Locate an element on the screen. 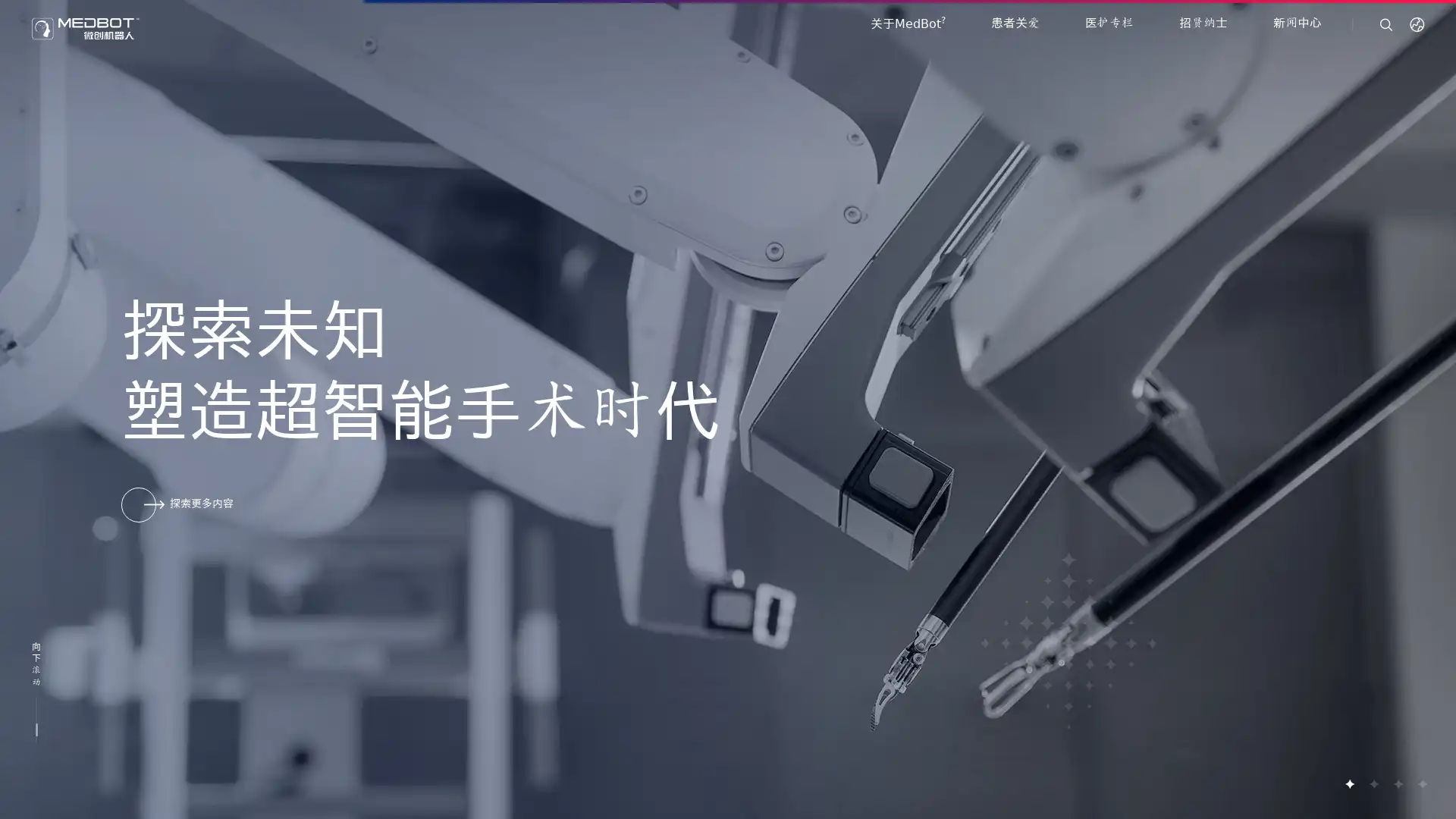 Image resolution: width=1456 pixels, height=819 pixels. Go to slide 4 is located at coordinates (1421, 783).